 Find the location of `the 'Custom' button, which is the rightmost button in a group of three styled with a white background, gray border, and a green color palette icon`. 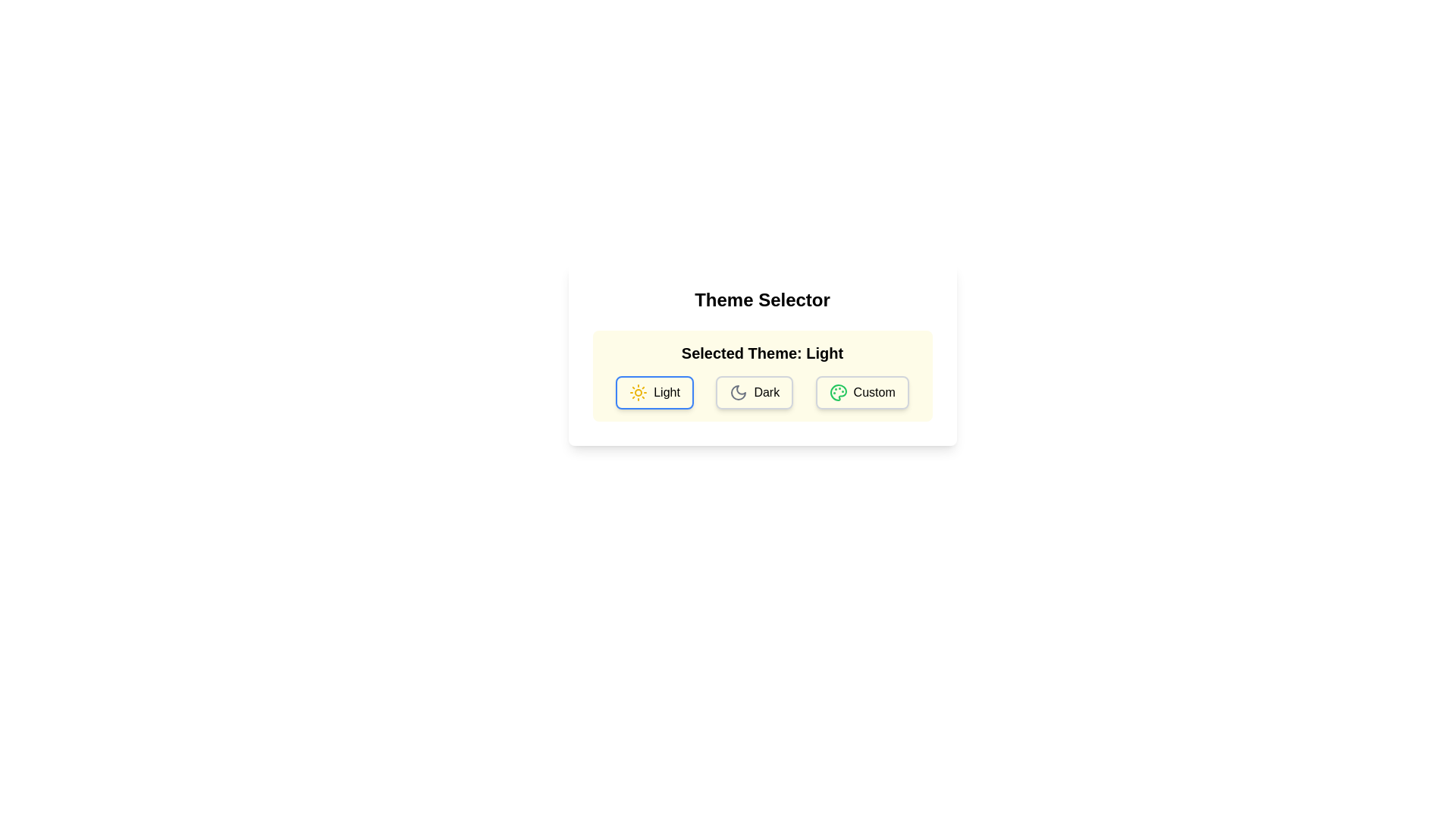

the 'Custom' button, which is the rightmost button in a group of three styled with a white background, gray border, and a green color palette icon is located at coordinates (862, 391).